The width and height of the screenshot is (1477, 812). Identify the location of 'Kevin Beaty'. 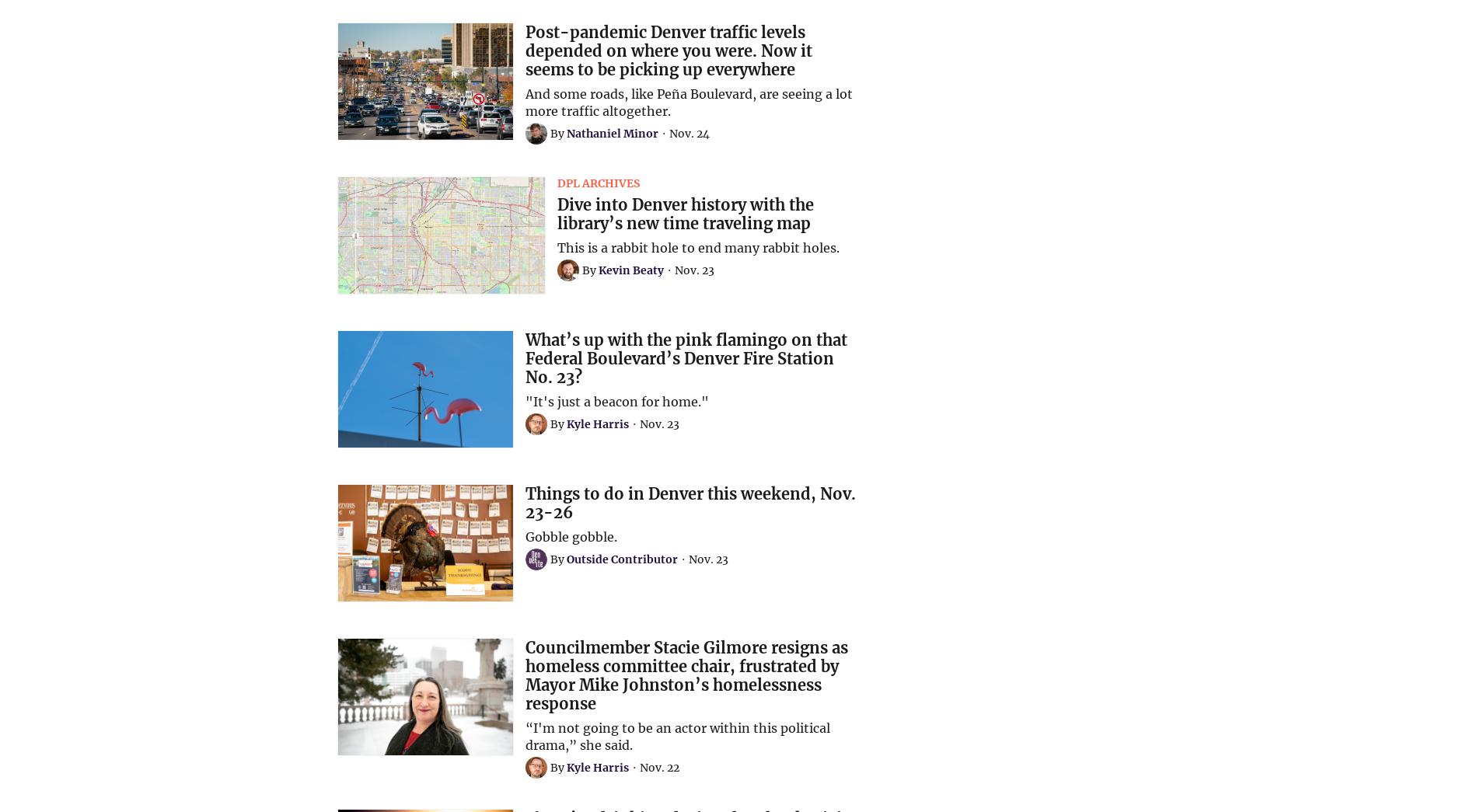
(598, 270).